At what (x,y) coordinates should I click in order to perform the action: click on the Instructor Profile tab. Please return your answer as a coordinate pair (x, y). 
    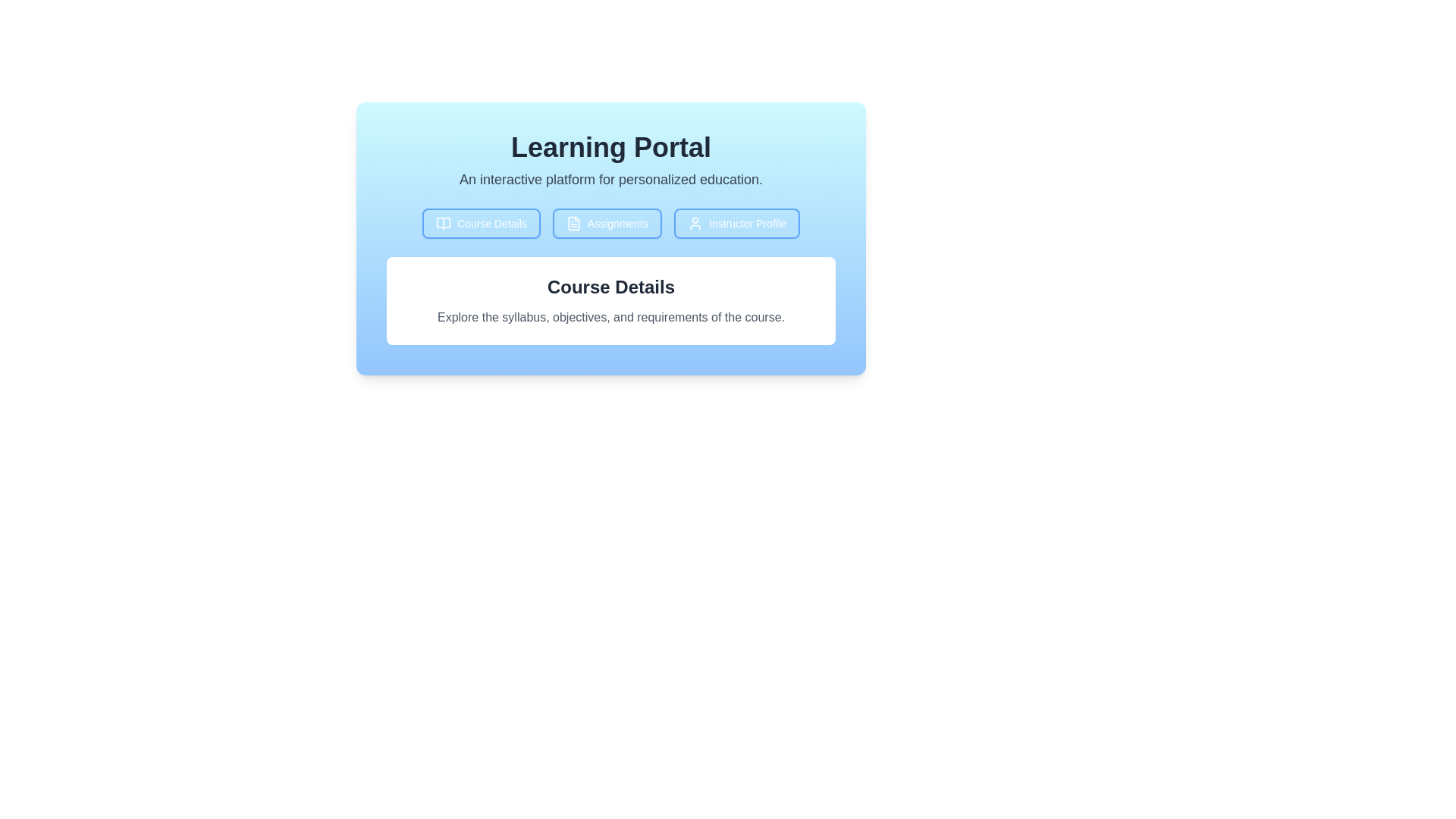
    Looking at the image, I should click on (736, 223).